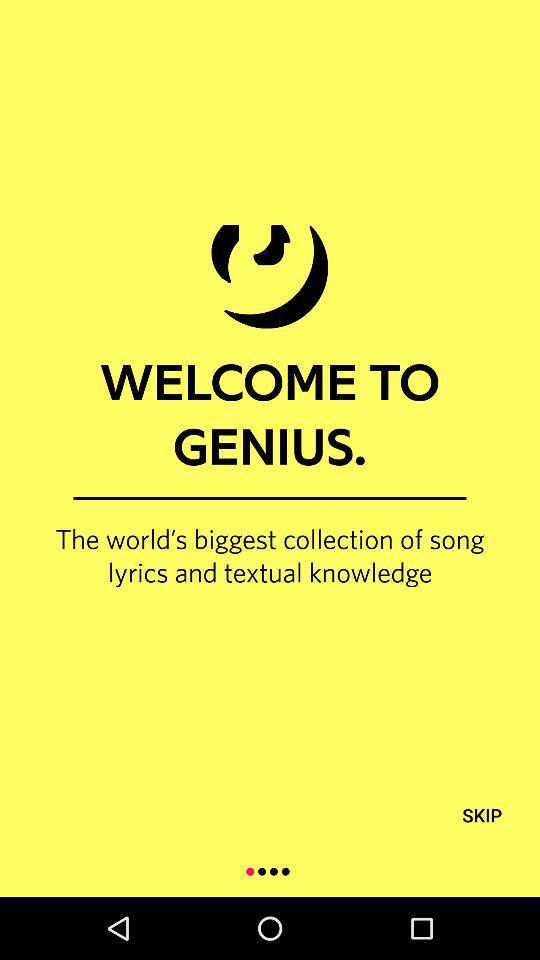 The width and height of the screenshot is (540, 960). What do you see at coordinates (481, 815) in the screenshot?
I see `the skip` at bounding box center [481, 815].